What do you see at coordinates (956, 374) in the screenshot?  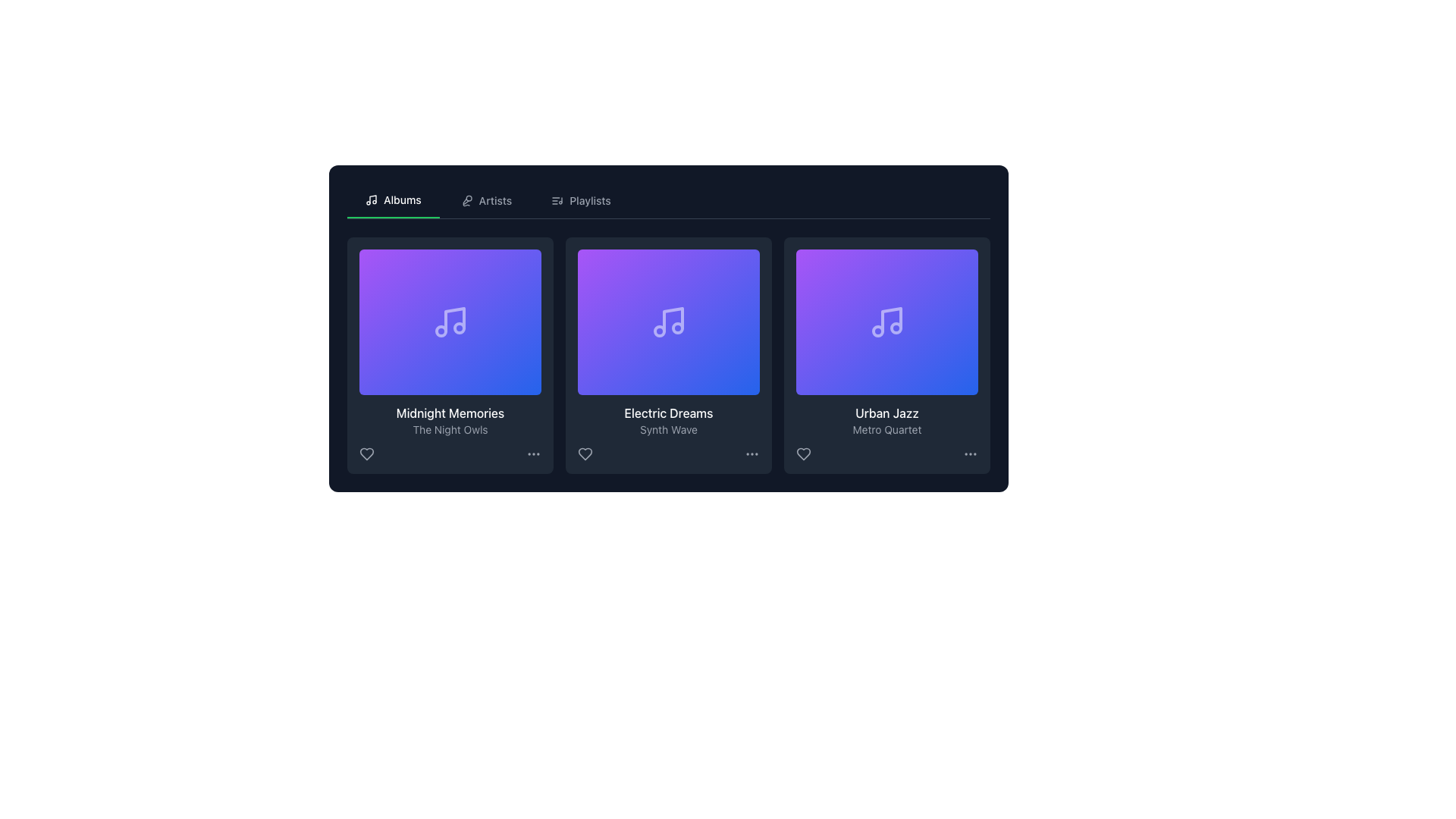 I see `the circular green play button located at the bottom-right corner of the 'Urban Jazz' card` at bounding box center [956, 374].